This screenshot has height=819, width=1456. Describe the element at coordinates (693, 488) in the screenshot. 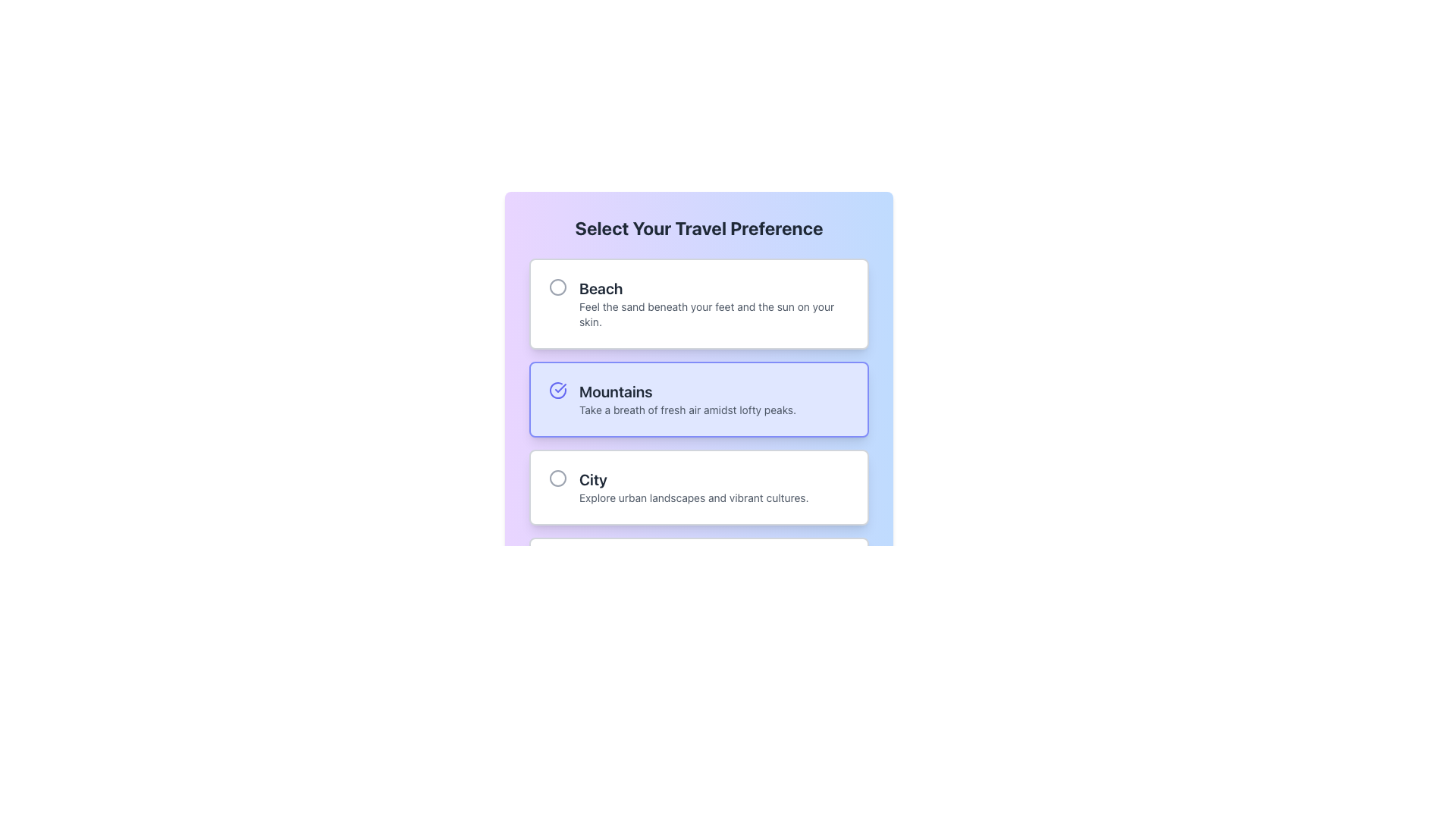

I see `the Text content block labeled 'City' that features a heading in bold and a sub-caption about urban landscapes, located under 'Select Your Travel Preference'` at that location.